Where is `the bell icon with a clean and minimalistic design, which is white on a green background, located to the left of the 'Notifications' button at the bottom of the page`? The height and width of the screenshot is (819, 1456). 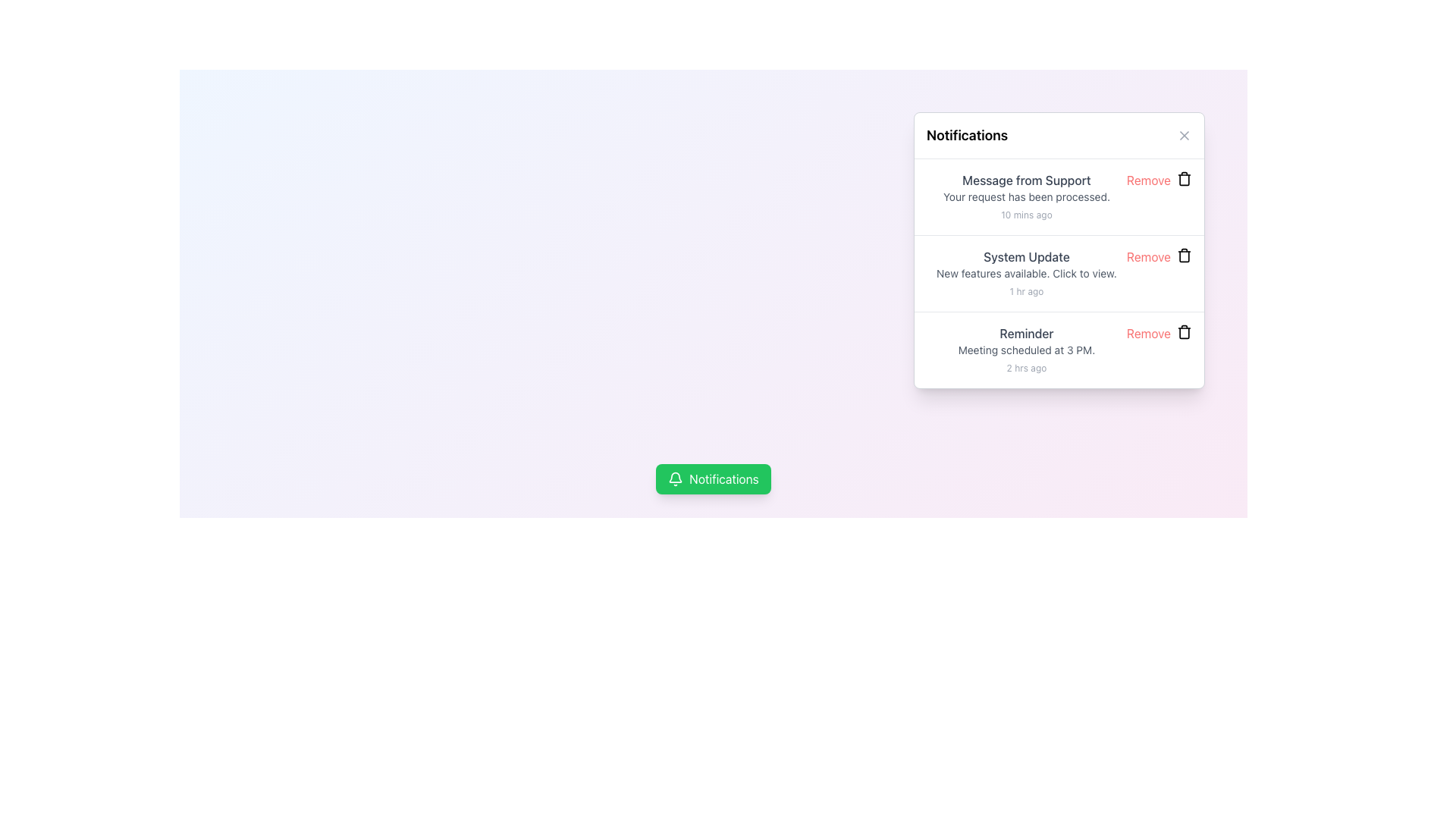 the bell icon with a clean and minimalistic design, which is white on a green background, located to the left of the 'Notifications' button at the bottom of the page is located at coordinates (675, 479).